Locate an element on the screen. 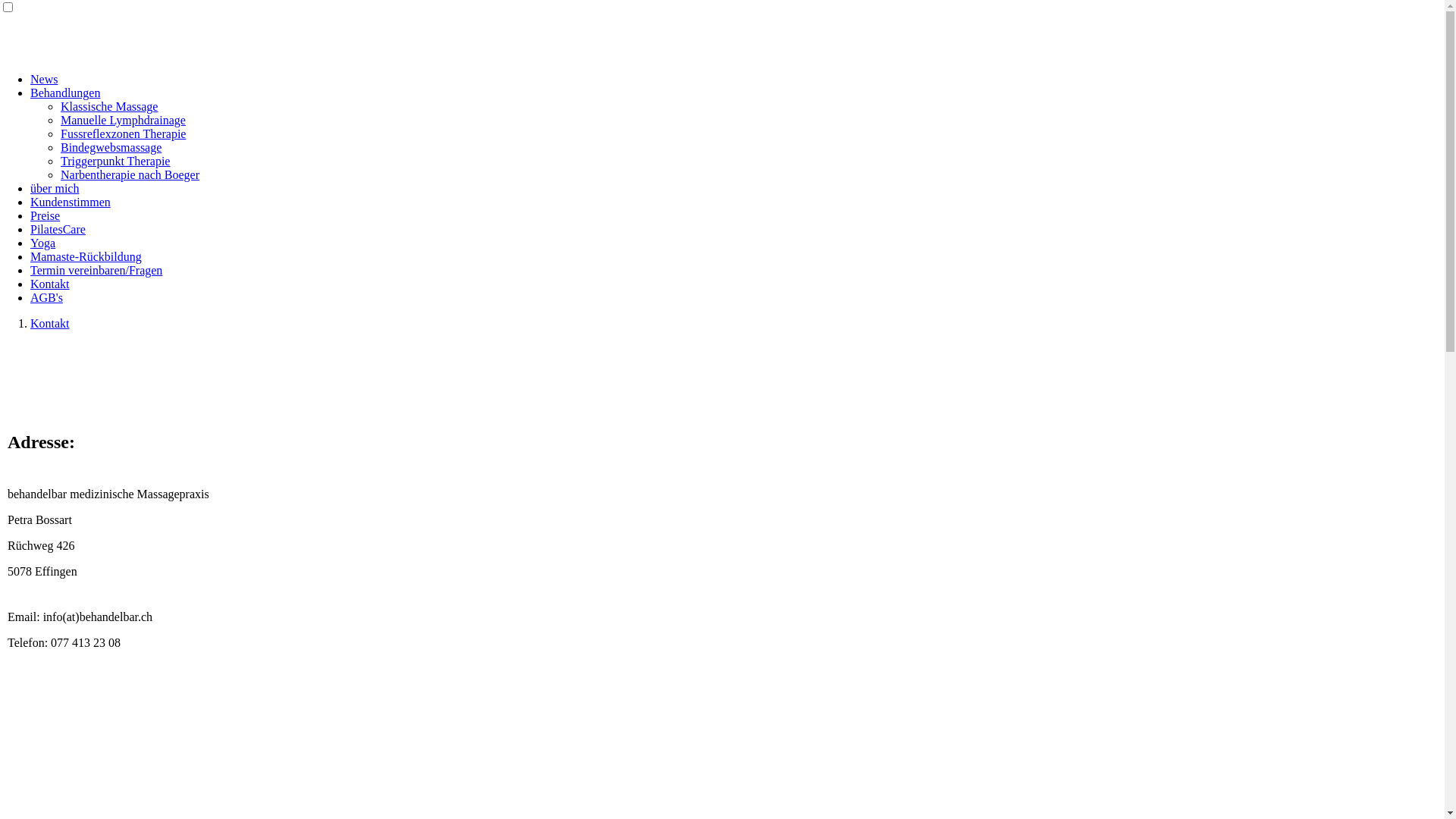  'Yoga' is located at coordinates (42, 242).